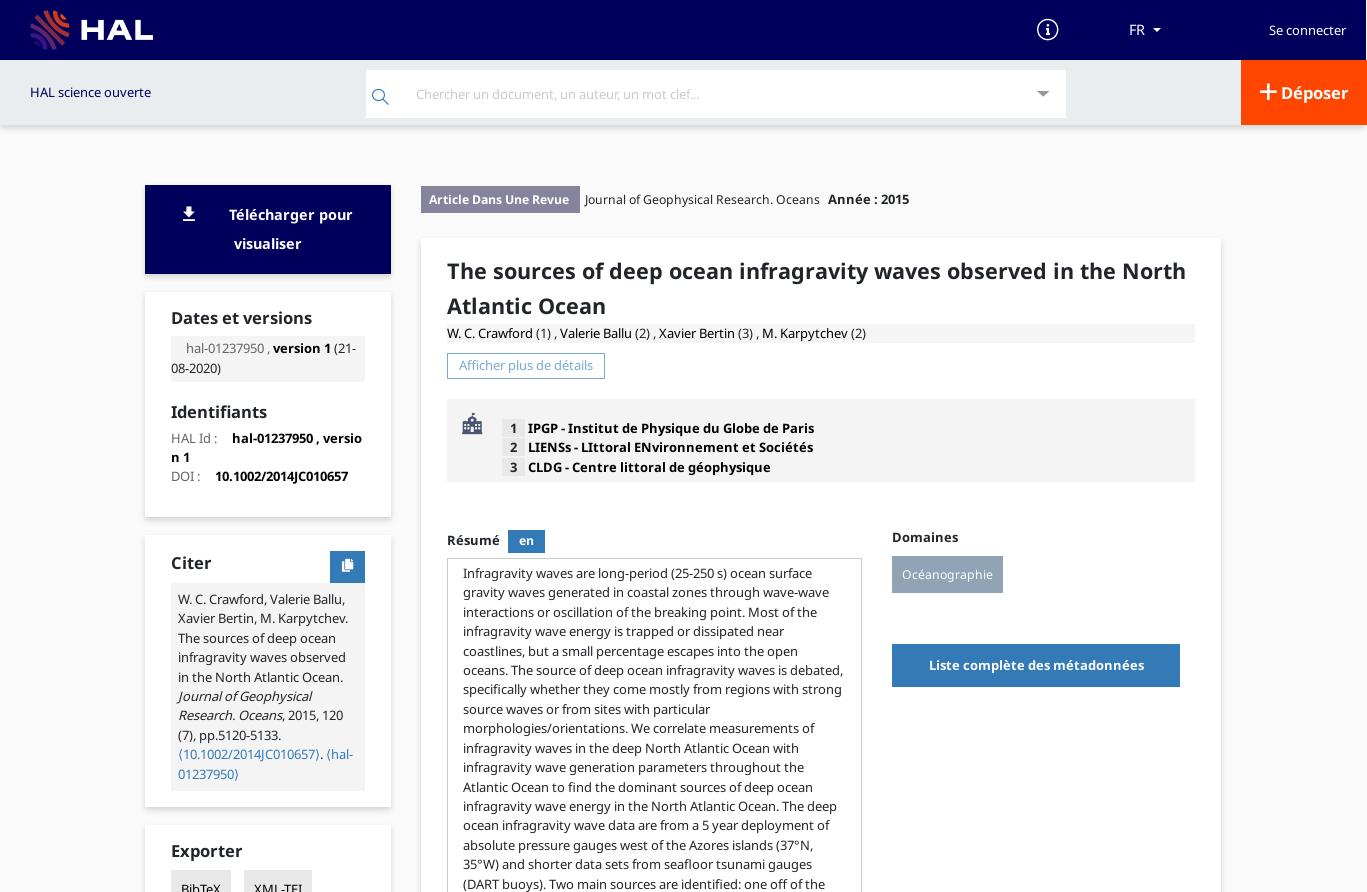  I want to click on 'FR', so click(1136, 29).